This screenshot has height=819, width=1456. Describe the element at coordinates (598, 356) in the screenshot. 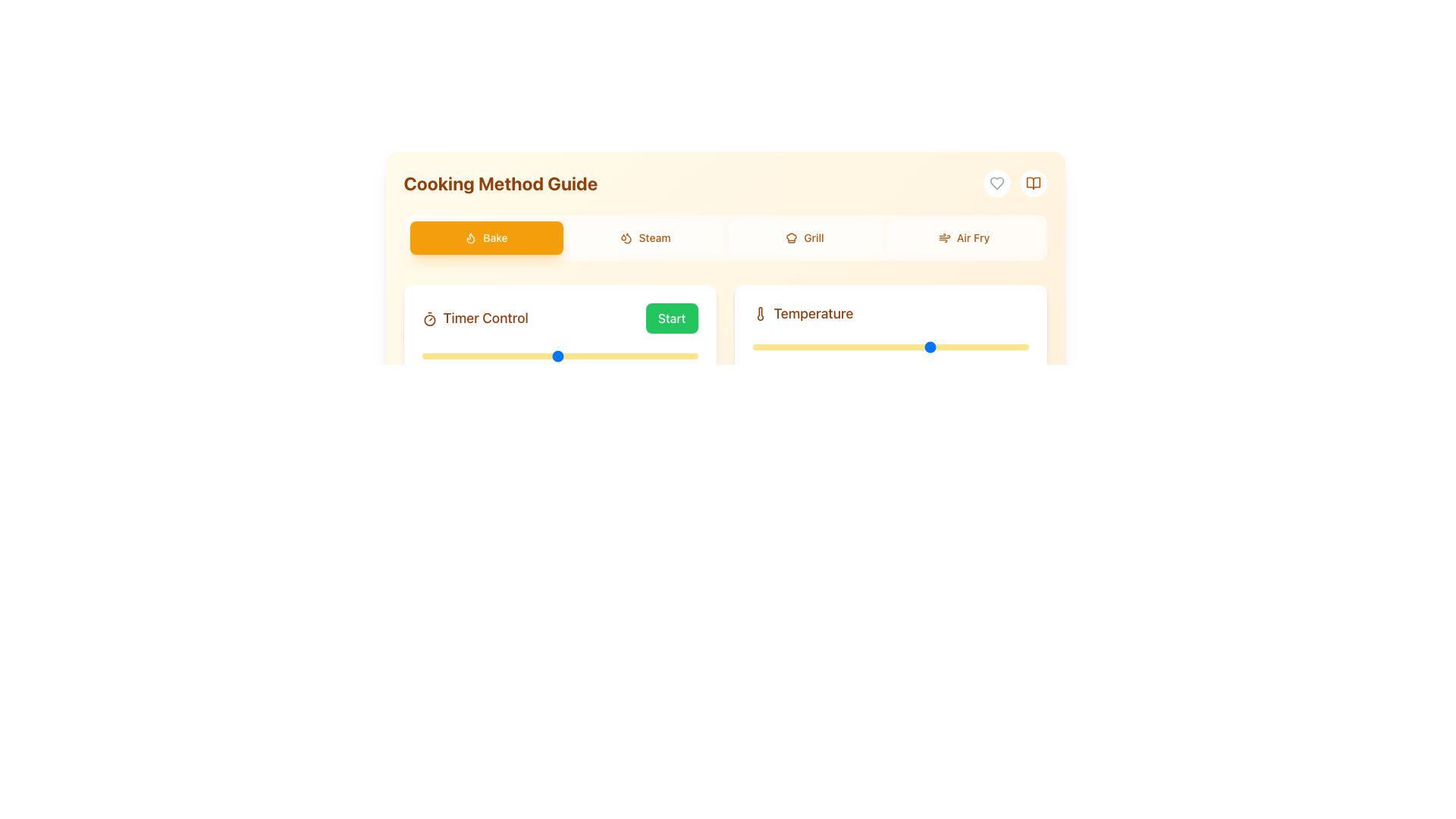

I see `the timer slider` at that location.